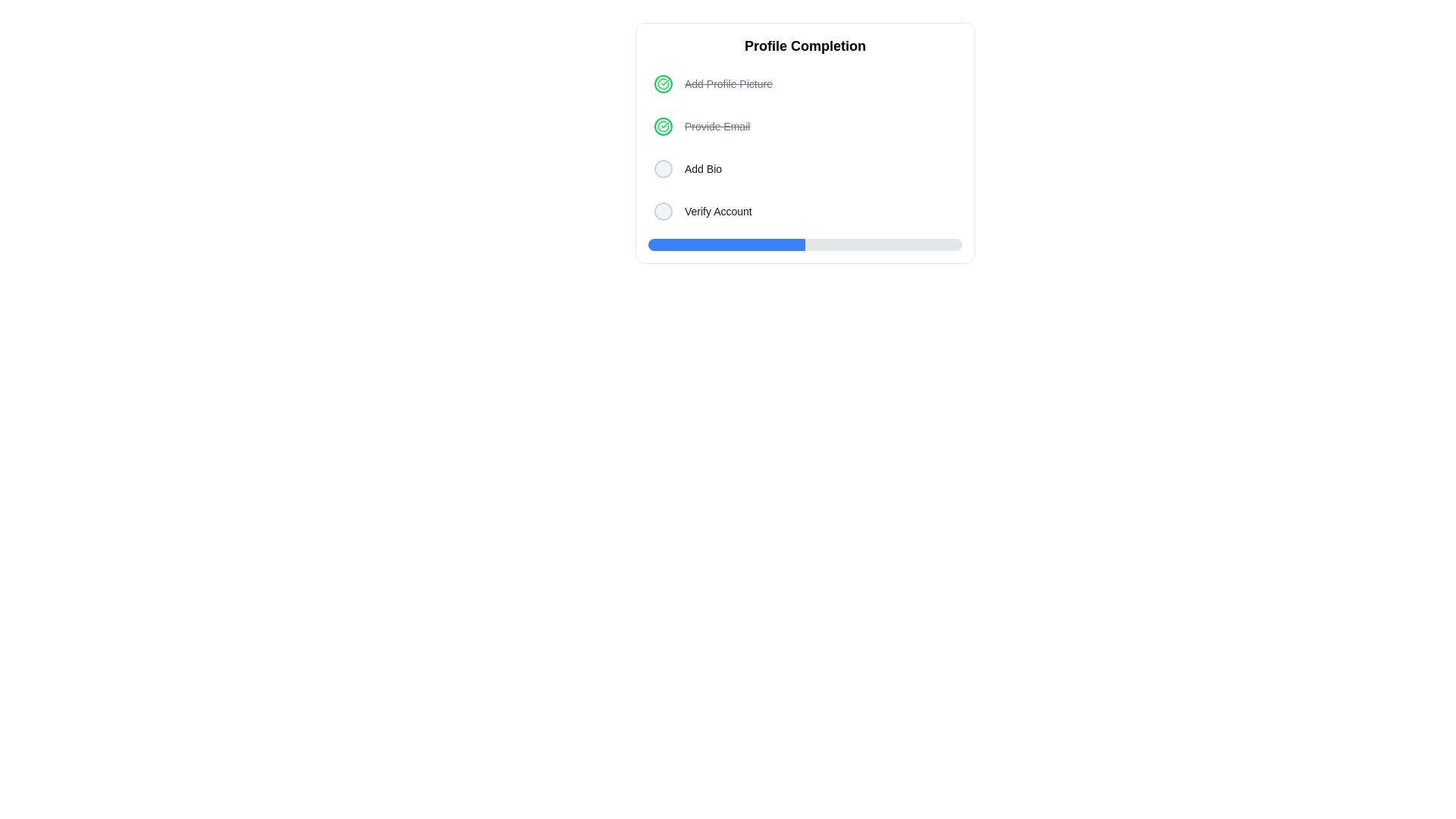 This screenshot has width=1456, height=819. I want to click on the progress represented by the blue filled portion of the Progress bar located at the bottom of the 'Profile Completion' card, so click(804, 244).